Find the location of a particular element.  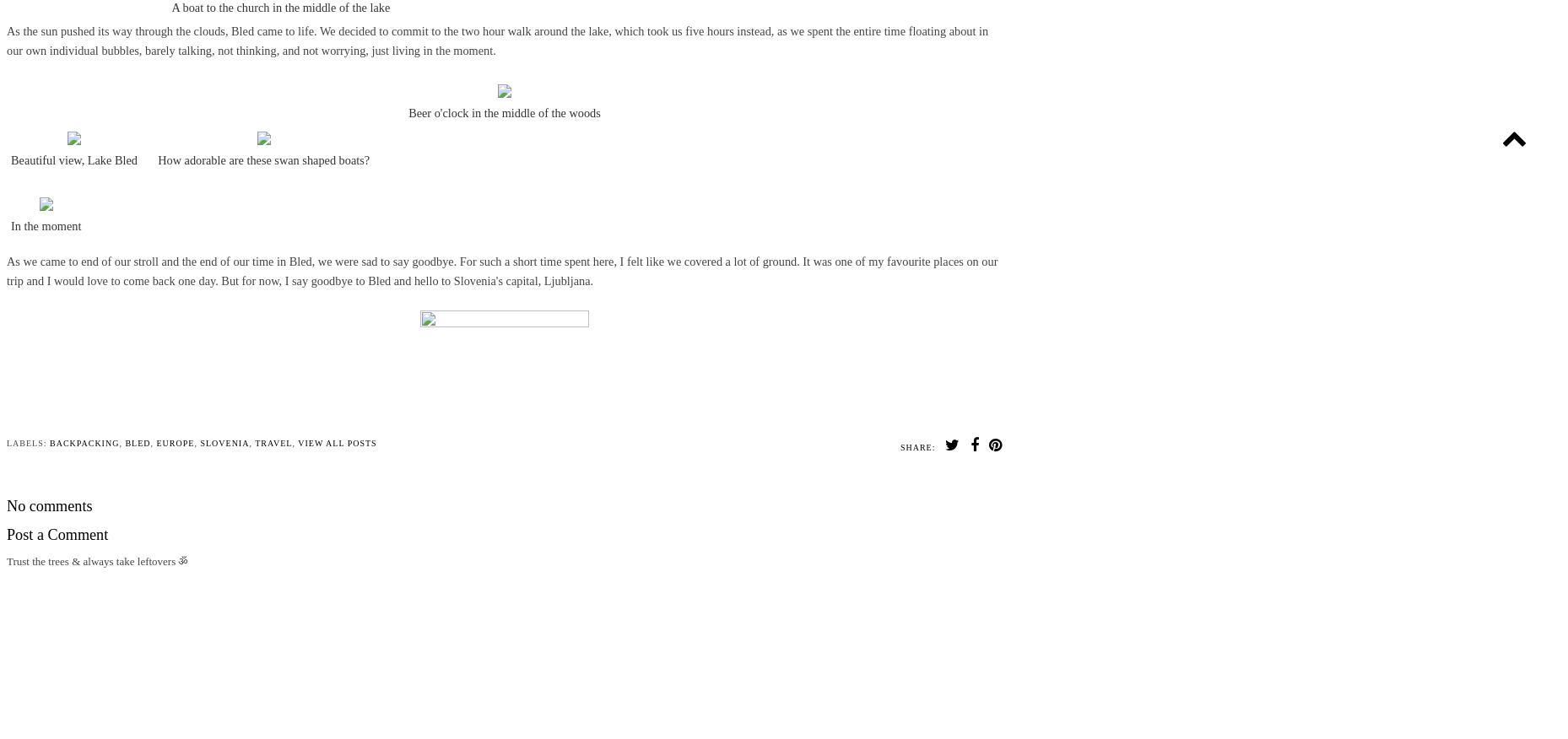

'Slovenia' is located at coordinates (224, 442).